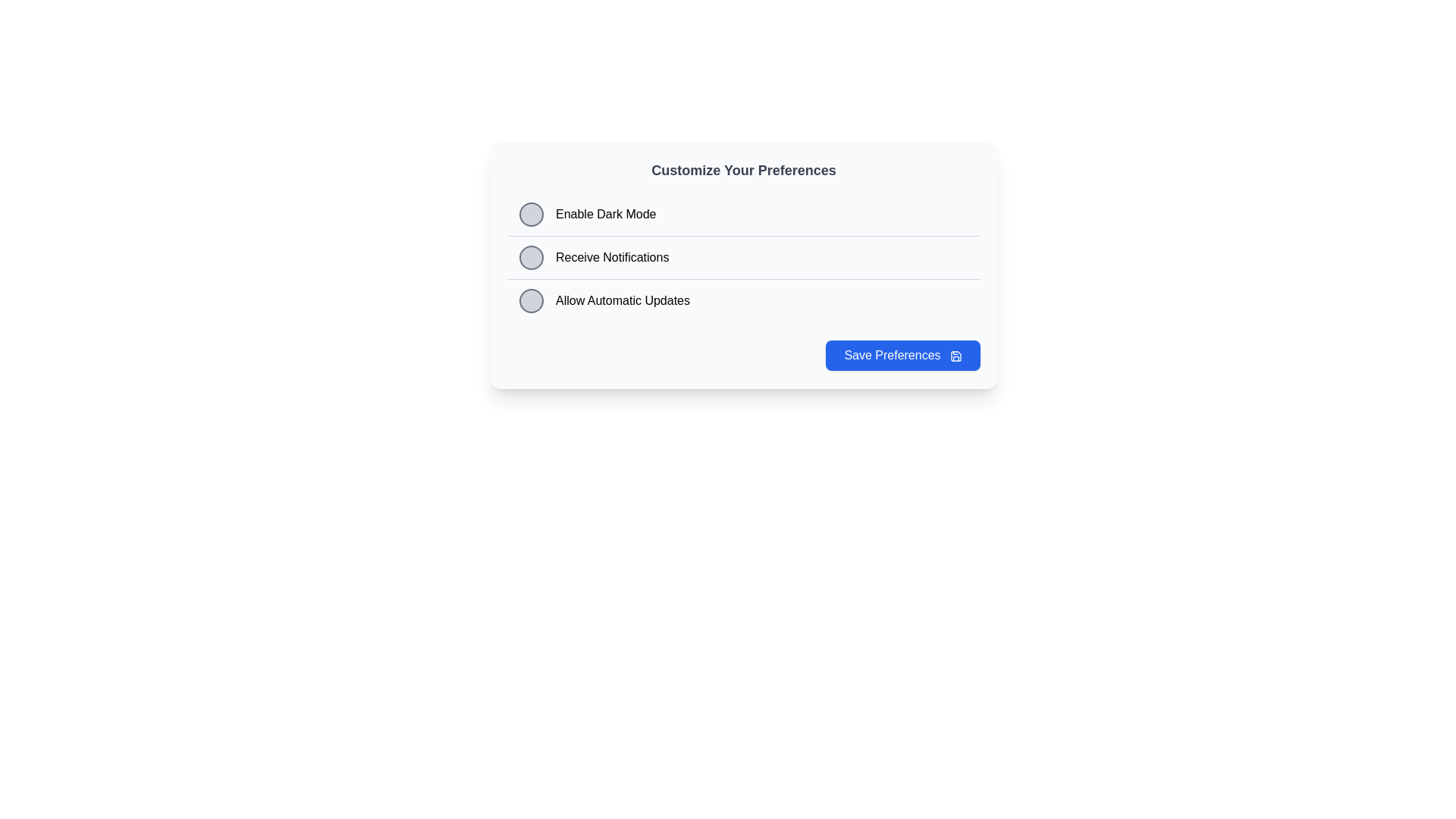  Describe the element at coordinates (587, 214) in the screenshot. I see `the label of the dark mode preference option, which is the first item in a vertical list of preference options in the centered modal window` at that location.